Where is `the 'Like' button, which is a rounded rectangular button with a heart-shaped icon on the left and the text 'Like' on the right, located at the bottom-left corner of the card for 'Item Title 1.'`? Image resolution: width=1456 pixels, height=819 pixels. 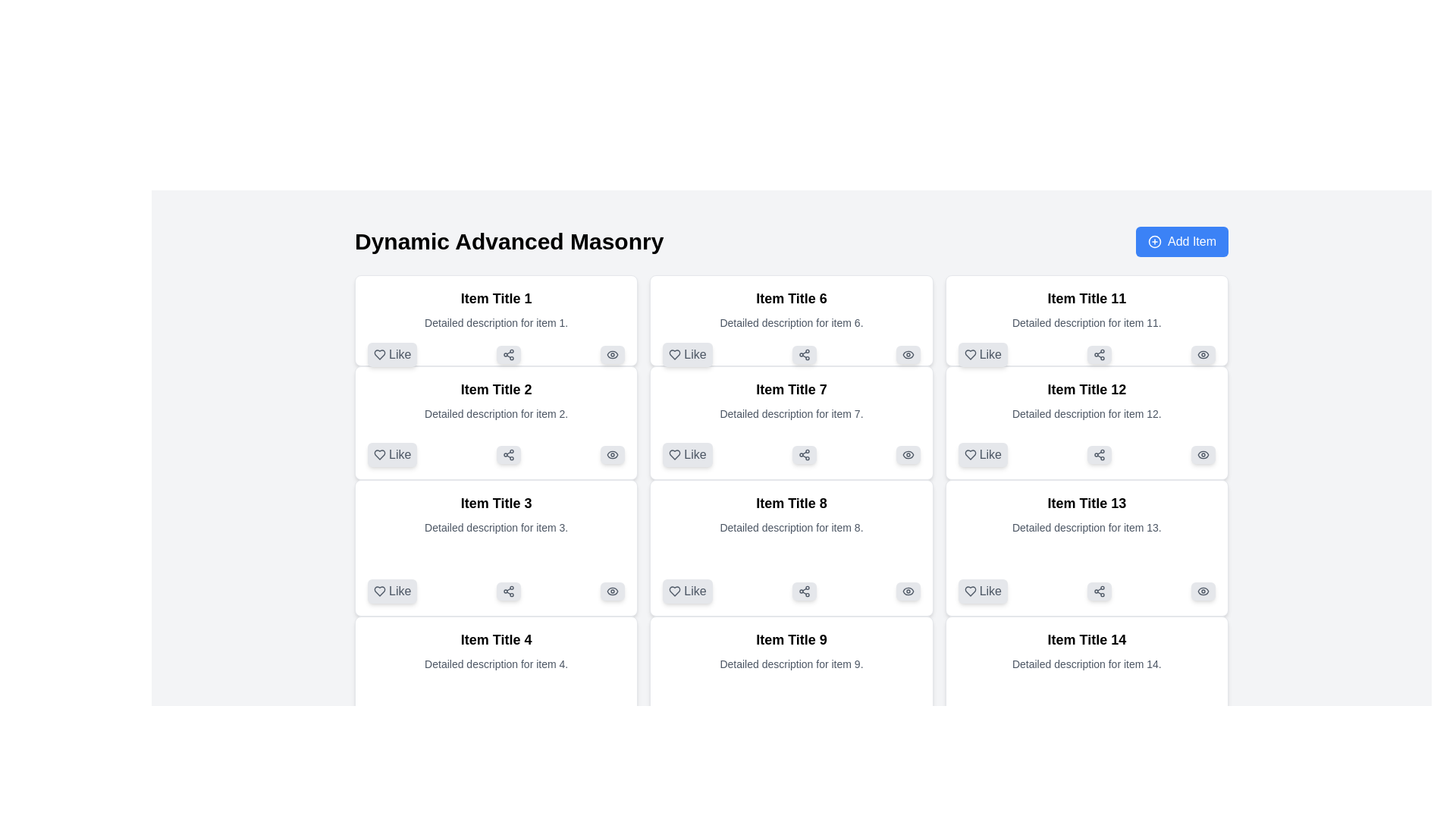 the 'Like' button, which is a rounded rectangular button with a heart-shaped icon on the left and the text 'Like' on the right, located at the bottom-left corner of the card for 'Item Title 1.' is located at coordinates (392, 354).